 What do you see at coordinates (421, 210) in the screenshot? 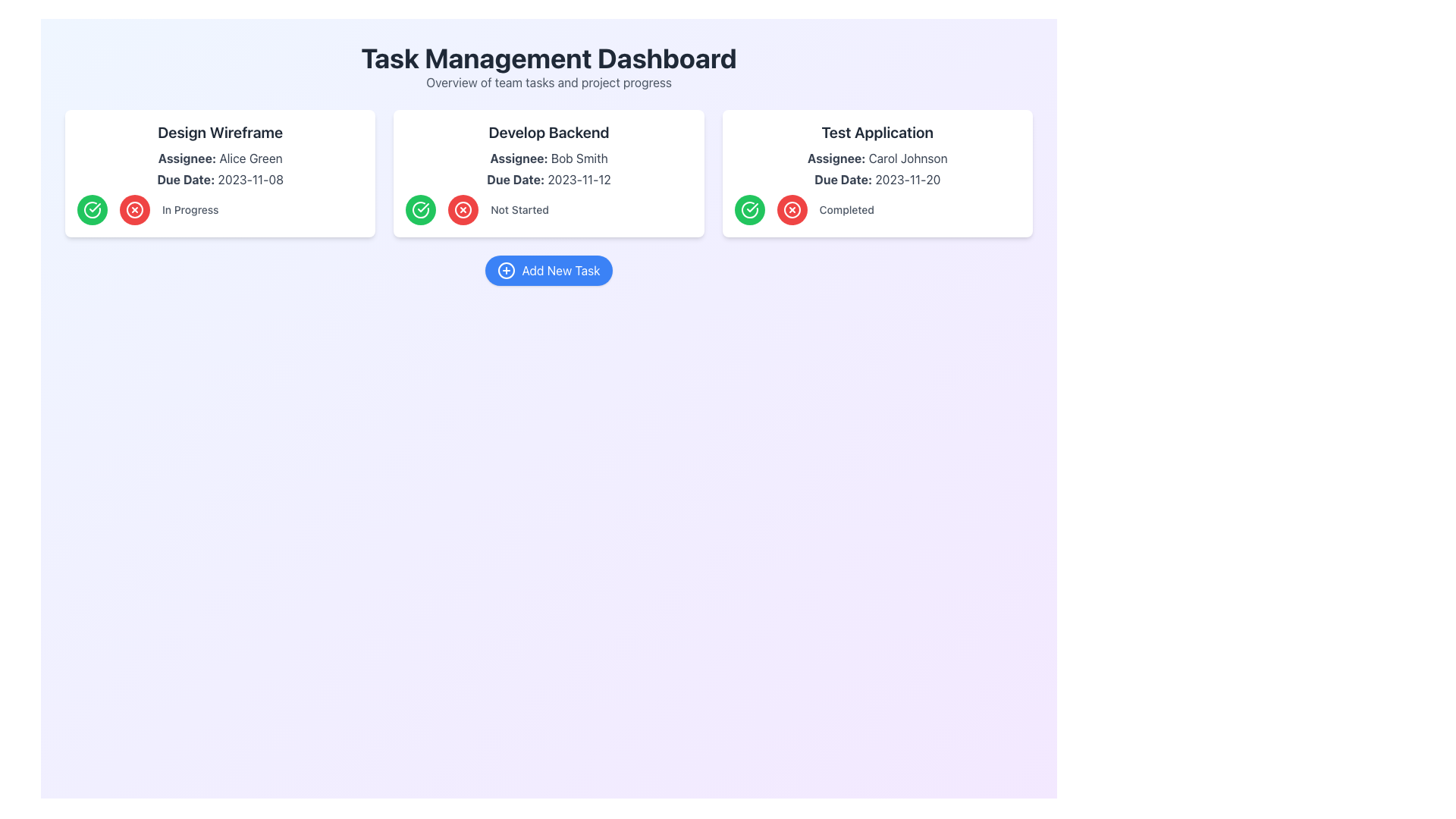
I see `the green outlined circular icon with a tick mark, located in the 'Develop Backend' task card` at bounding box center [421, 210].